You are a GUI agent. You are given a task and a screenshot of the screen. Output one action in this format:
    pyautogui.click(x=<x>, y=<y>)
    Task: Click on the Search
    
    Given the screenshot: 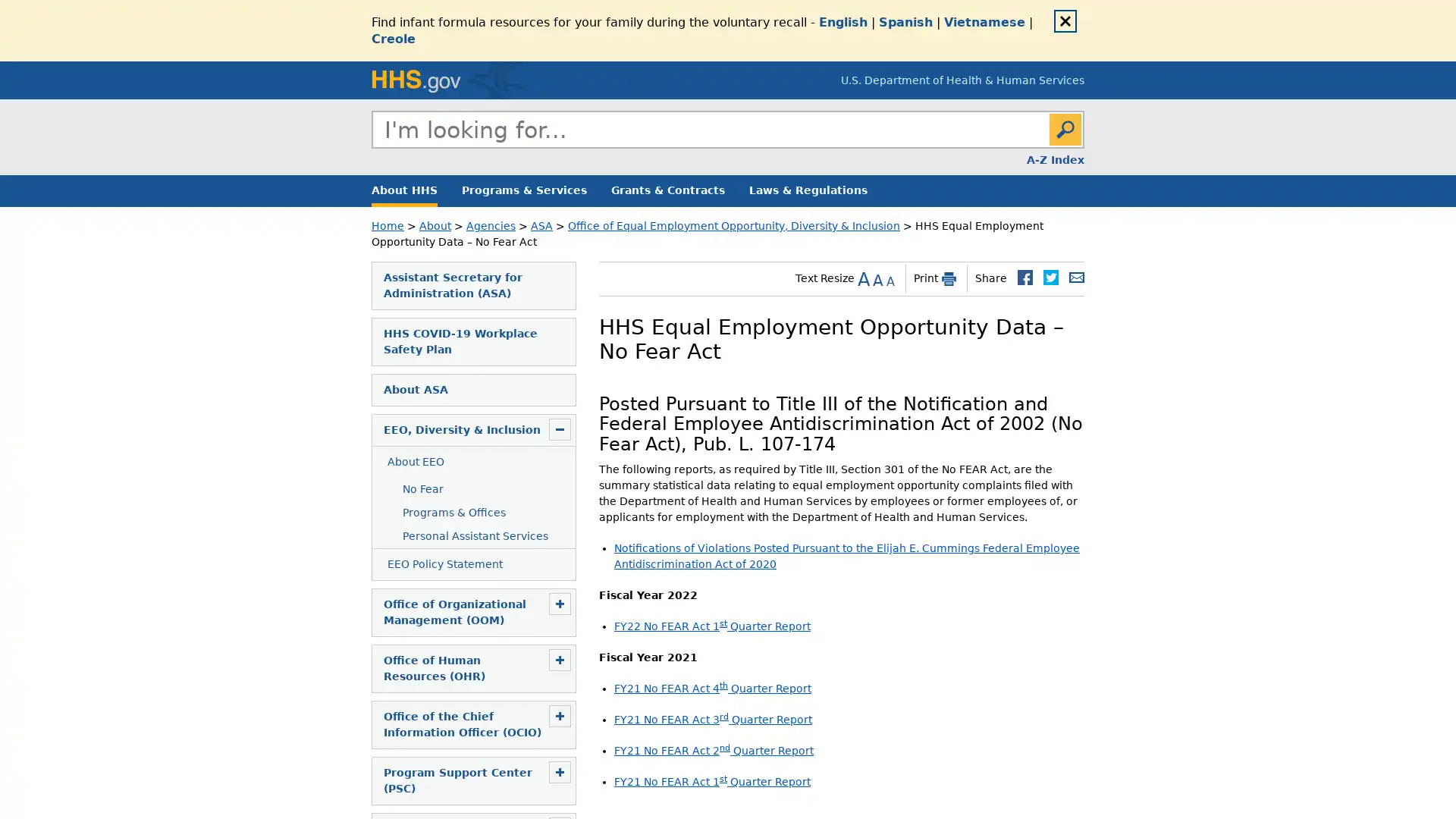 What is the action you would take?
    pyautogui.click(x=1065, y=128)
    